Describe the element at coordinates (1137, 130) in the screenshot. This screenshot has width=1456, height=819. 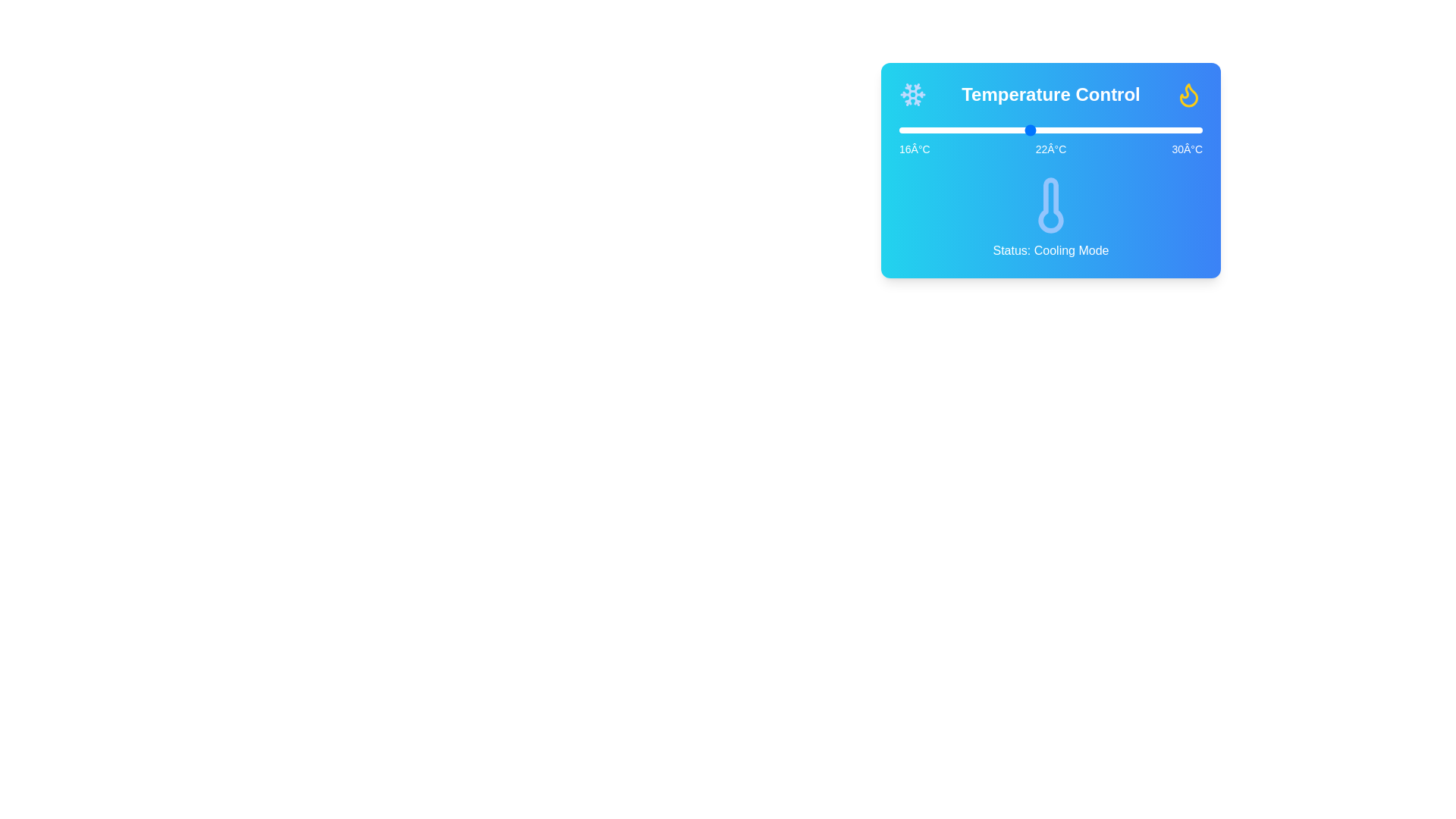
I see `the temperature to 27°C by dragging the slider` at that location.